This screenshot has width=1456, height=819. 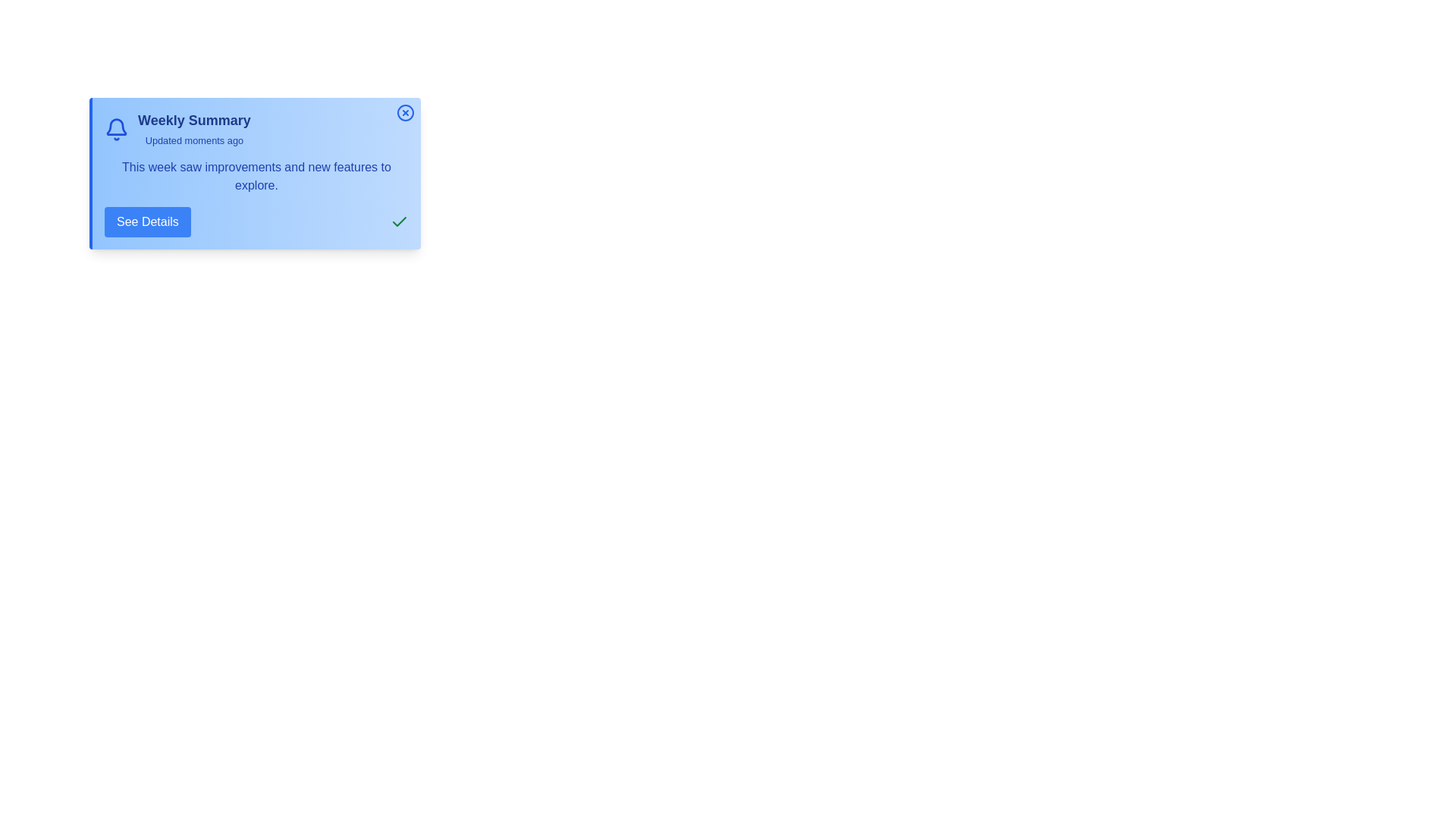 What do you see at coordinates (115, 128) in the screenshot?
I see `the notification icon to interact with it` at bounding box center [115, 128].